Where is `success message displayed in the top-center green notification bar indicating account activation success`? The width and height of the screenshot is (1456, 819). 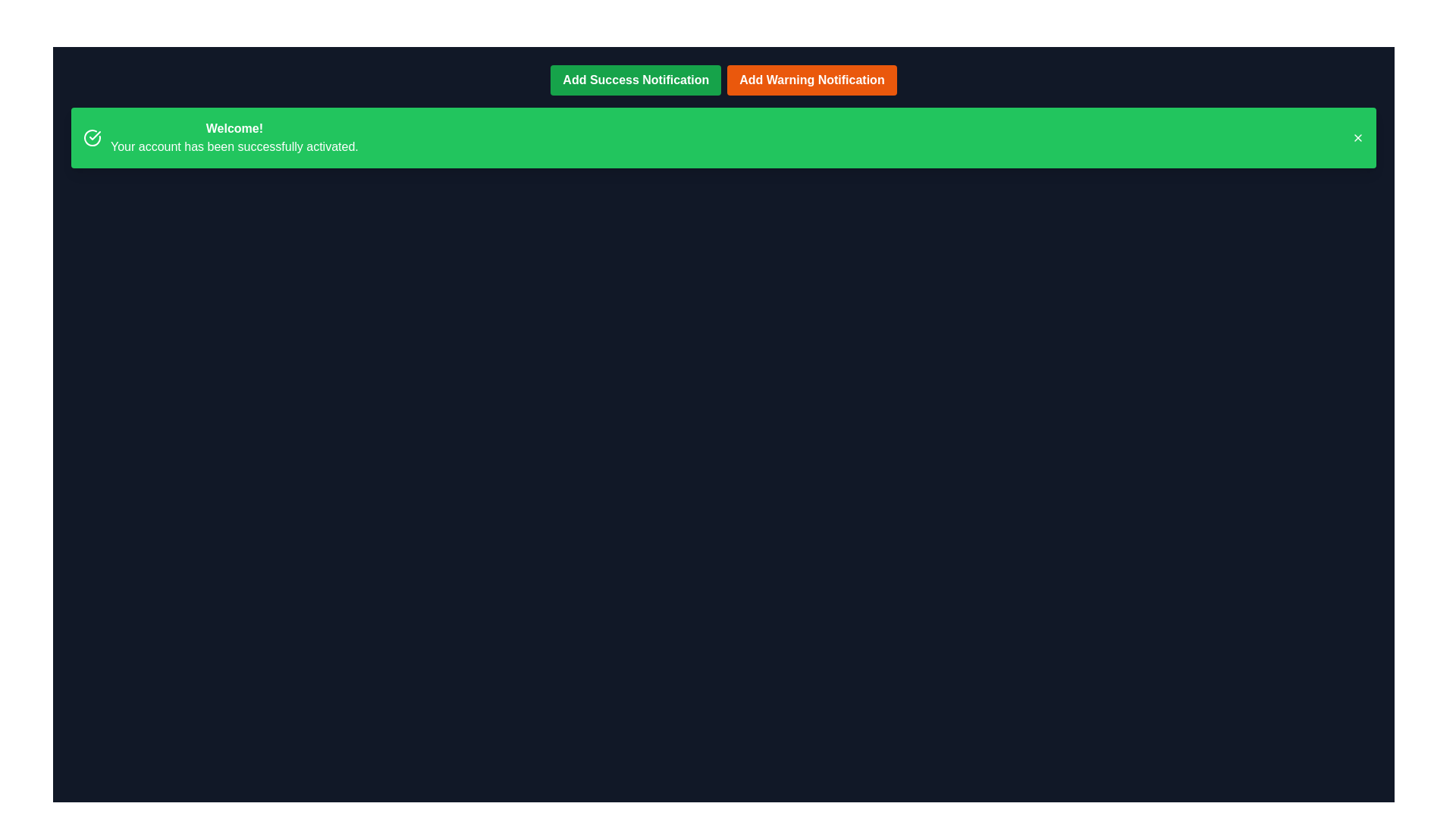 success message displayed in the top-center green notification bar indicating account activation success is located at coordinates (220, 137).